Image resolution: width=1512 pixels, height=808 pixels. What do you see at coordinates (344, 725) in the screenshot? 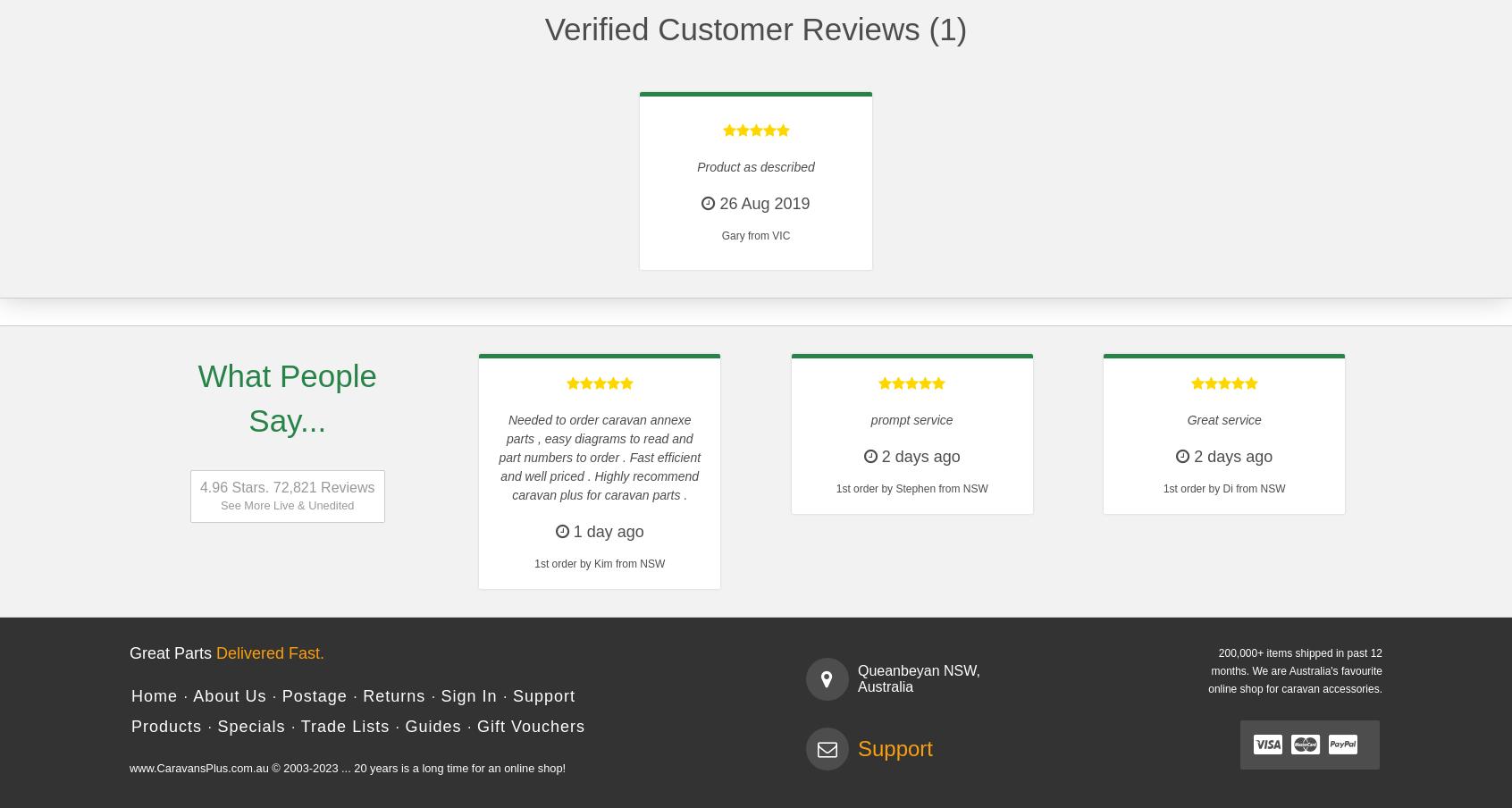
I see `'Trade Lists'` at bounding box center [344, 725].